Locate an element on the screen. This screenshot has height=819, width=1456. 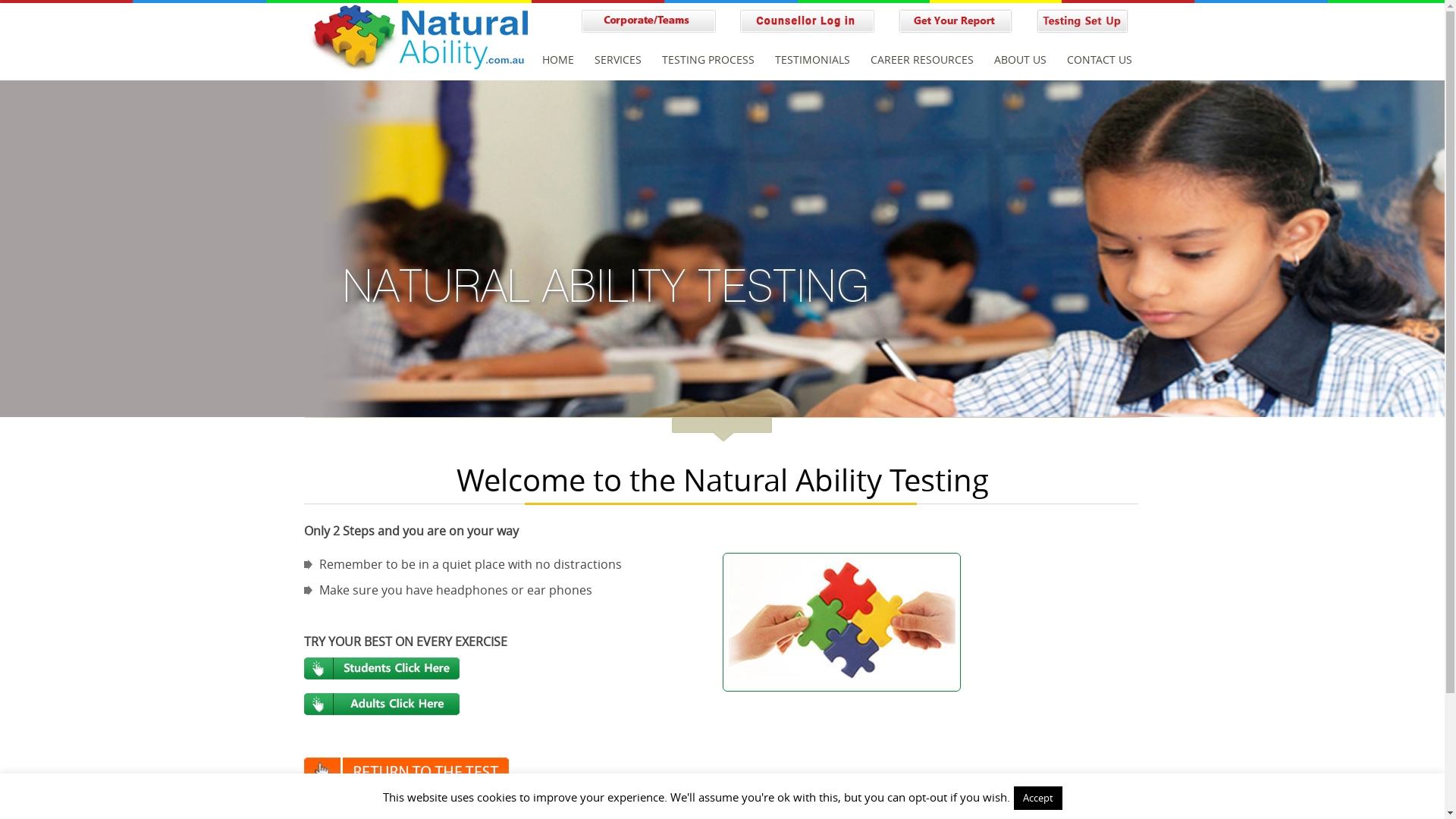
'TESTING PROCESS' is located at coordinates (651, 58).